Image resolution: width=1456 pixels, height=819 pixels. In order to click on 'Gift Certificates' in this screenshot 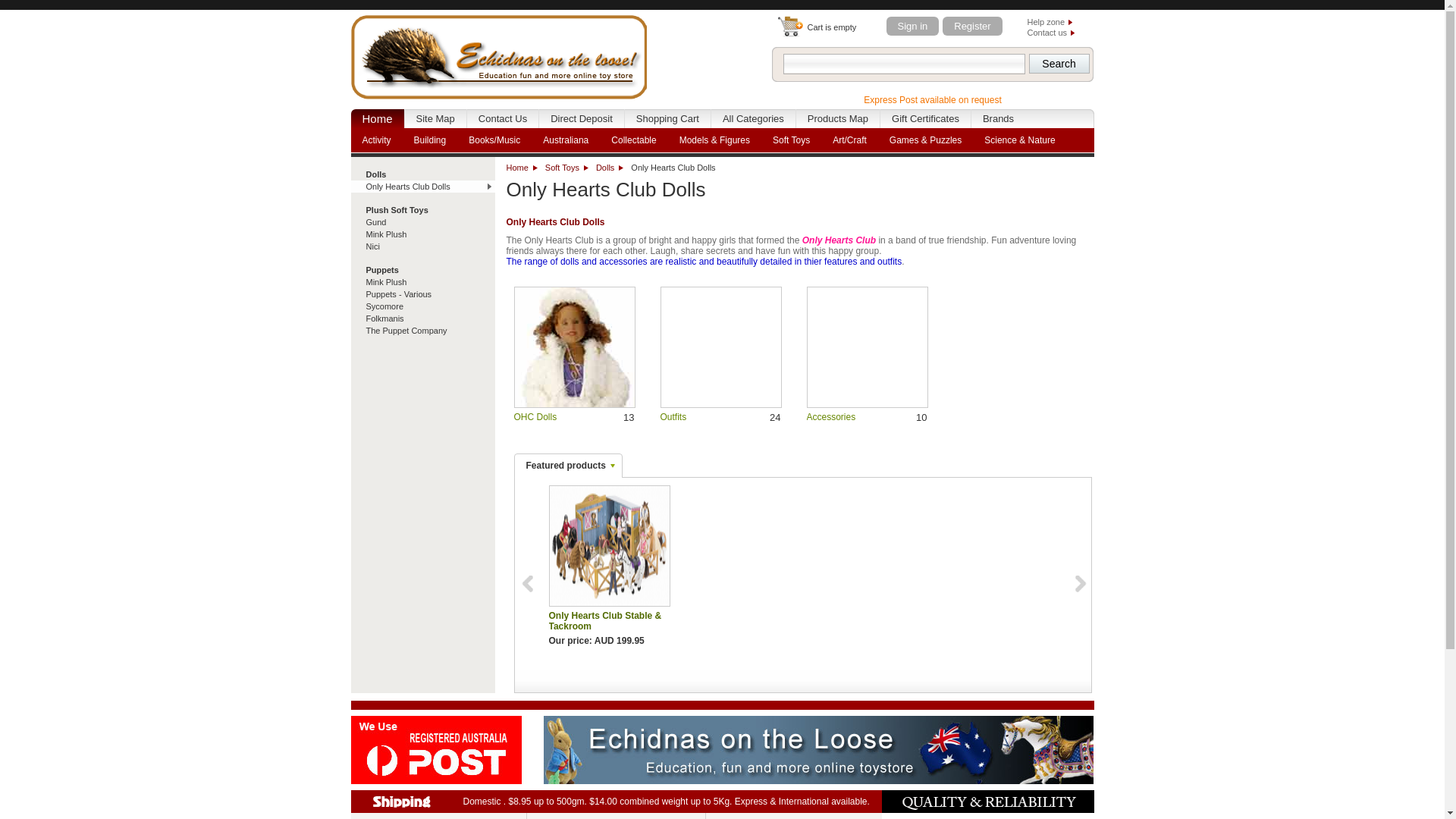, I will do `click(880, 118)`.